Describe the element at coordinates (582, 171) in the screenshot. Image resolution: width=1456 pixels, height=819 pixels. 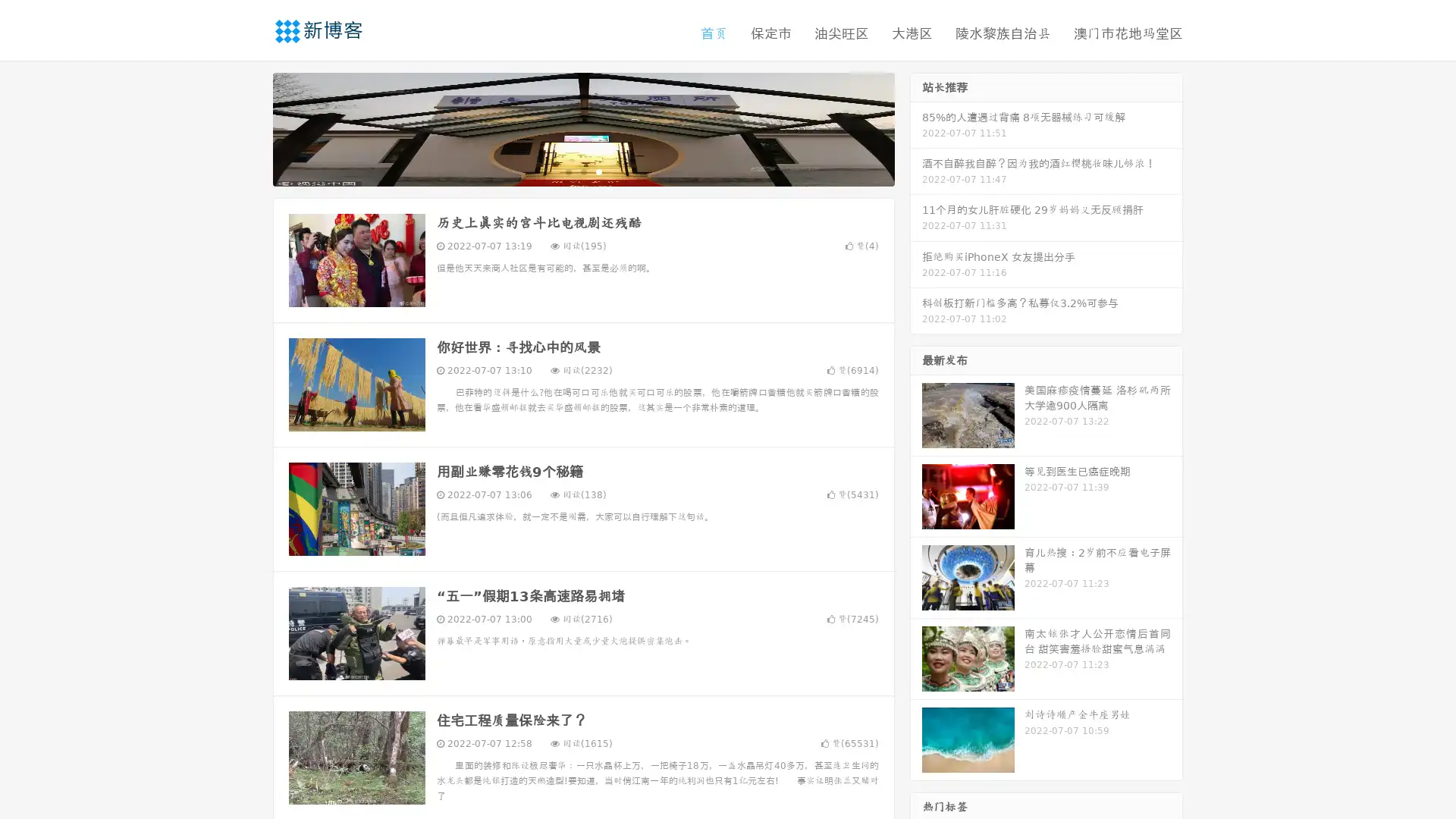
I see `Go to slide 2` at that location.